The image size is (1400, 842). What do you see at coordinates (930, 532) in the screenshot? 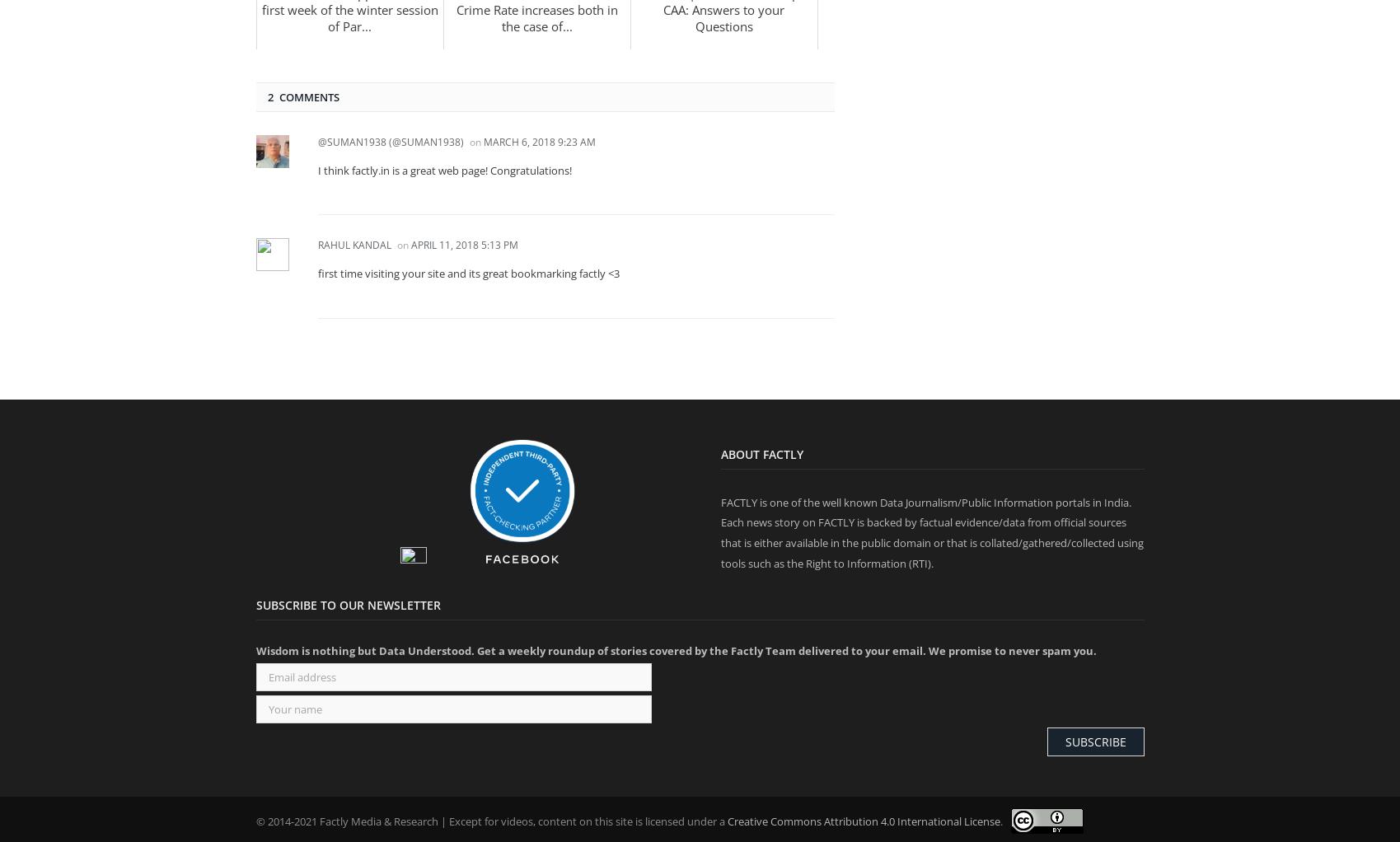
I see `'FACTLY is one of the well known Data Journalism/Public Information portals in India. Each news story on FACTLY is backed by factual evidence/data from official sources that is either available in the public domain or that is collated/gathered/collected using tools such as the Right to Information (RTI).'` at bounding box center [930, 532].